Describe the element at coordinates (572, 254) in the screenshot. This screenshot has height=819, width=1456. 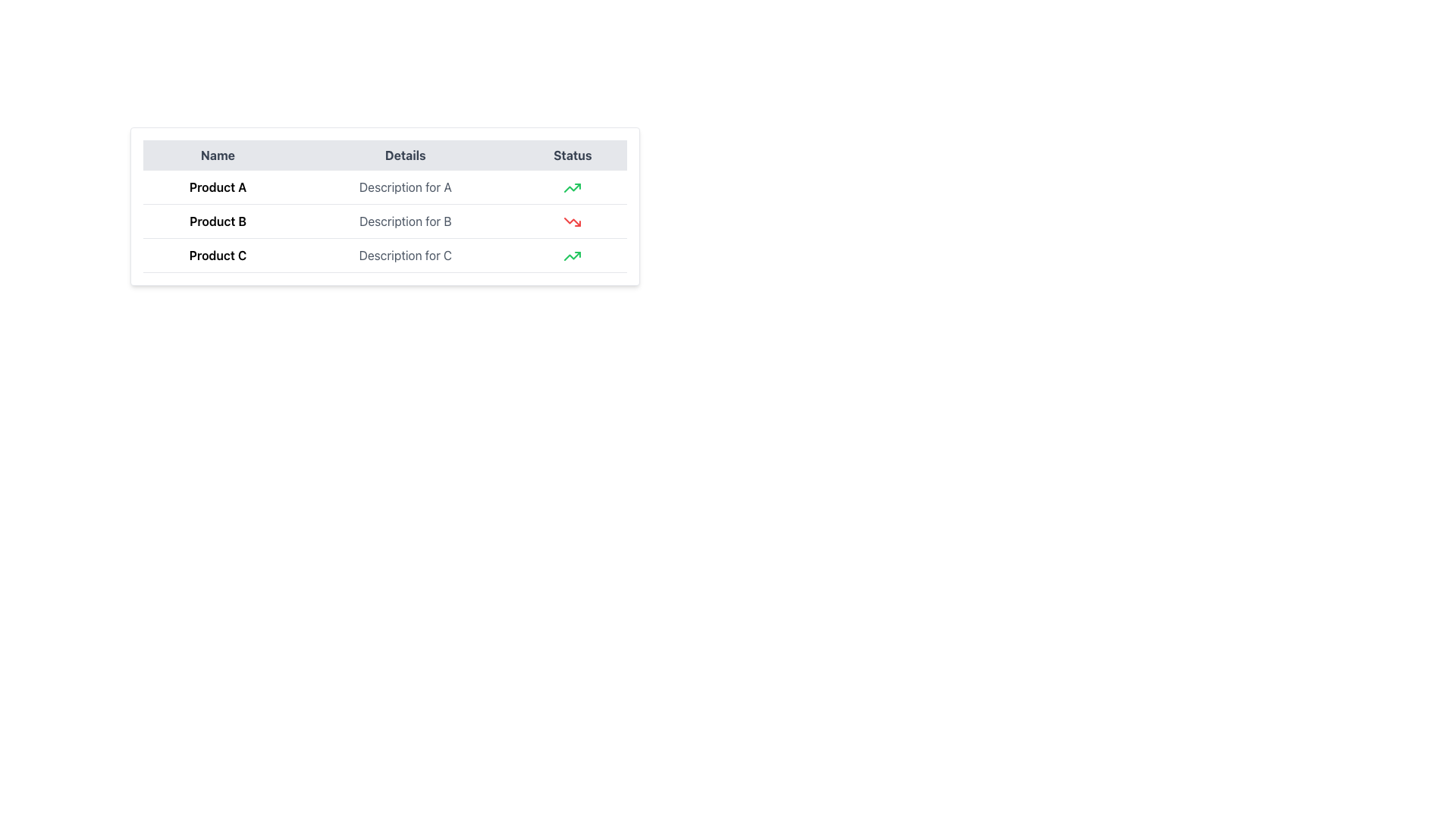
I see `the green upward arrow icon representing the trend for 'Product C' located in the 'Status' column of its corresponding row` at that location.